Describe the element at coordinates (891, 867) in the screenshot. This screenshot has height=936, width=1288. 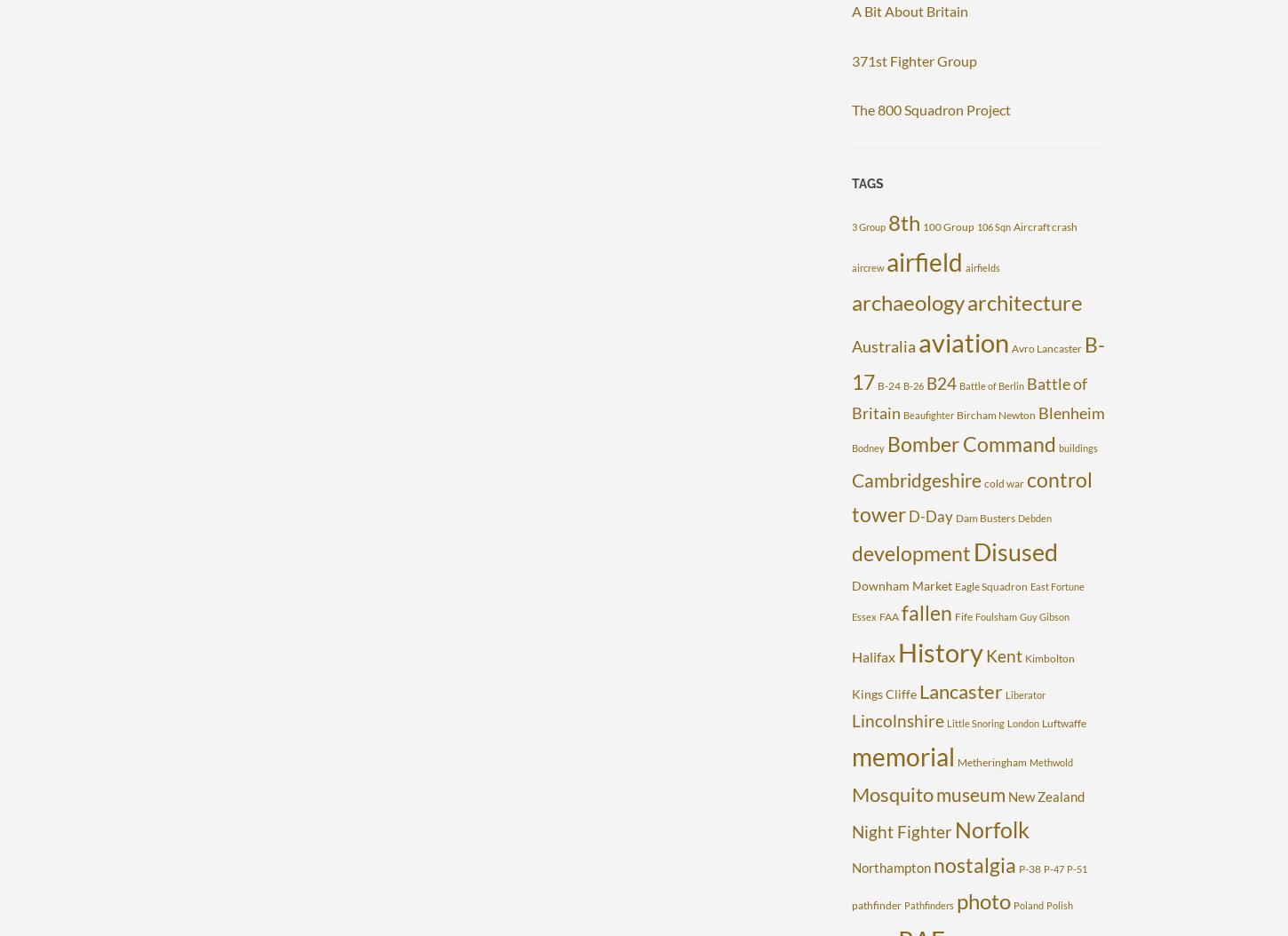
I see `'Northampton'` at that location.